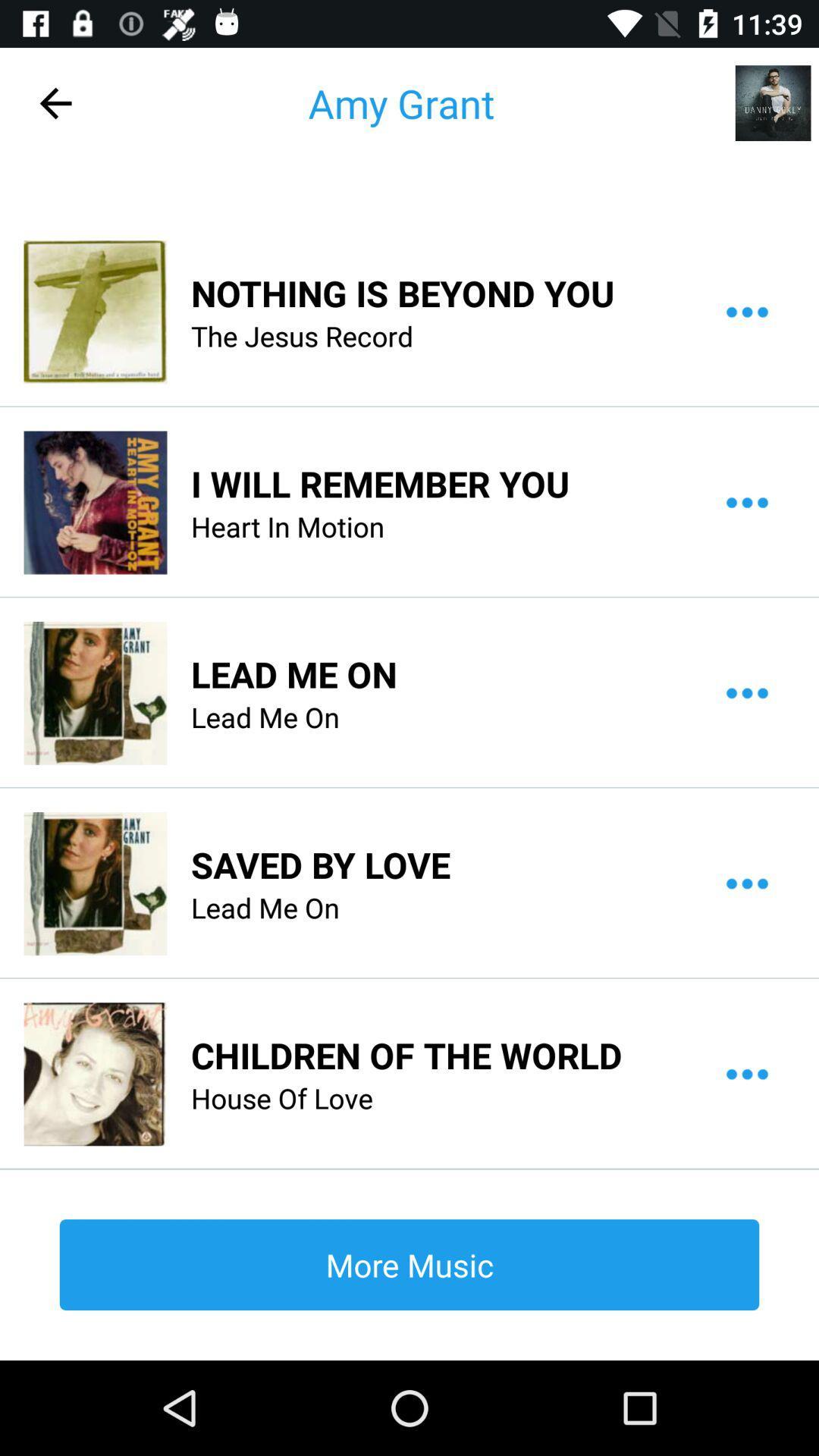 The image size is (819, 1456). Describe the element at coordinates (402, 293) in the screenshot. I see `the icon above the the jesus record` at that location.